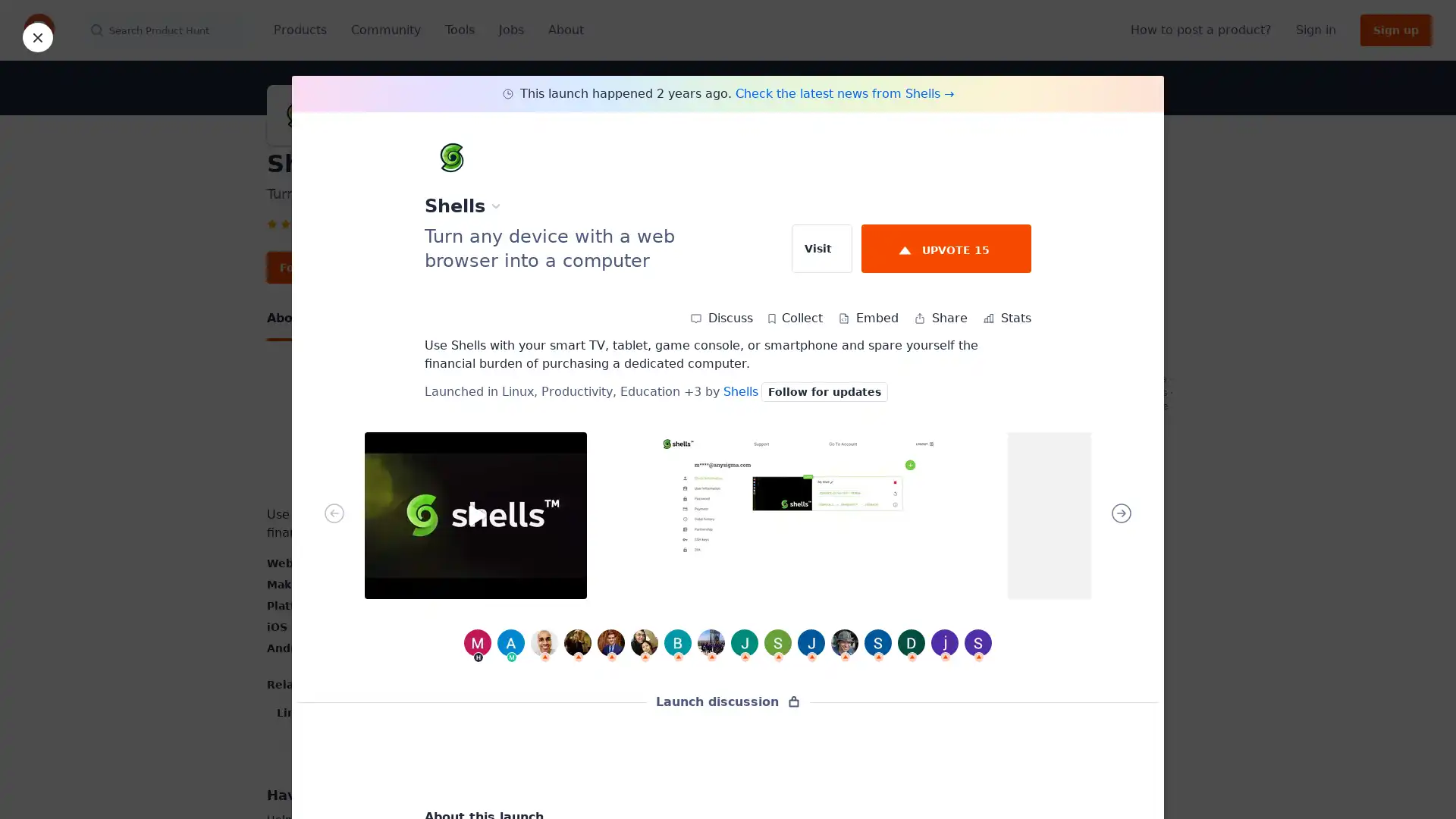 The width and height of the screenshot is (1456, 819). I want to click on Discuss, so click(720, 318).